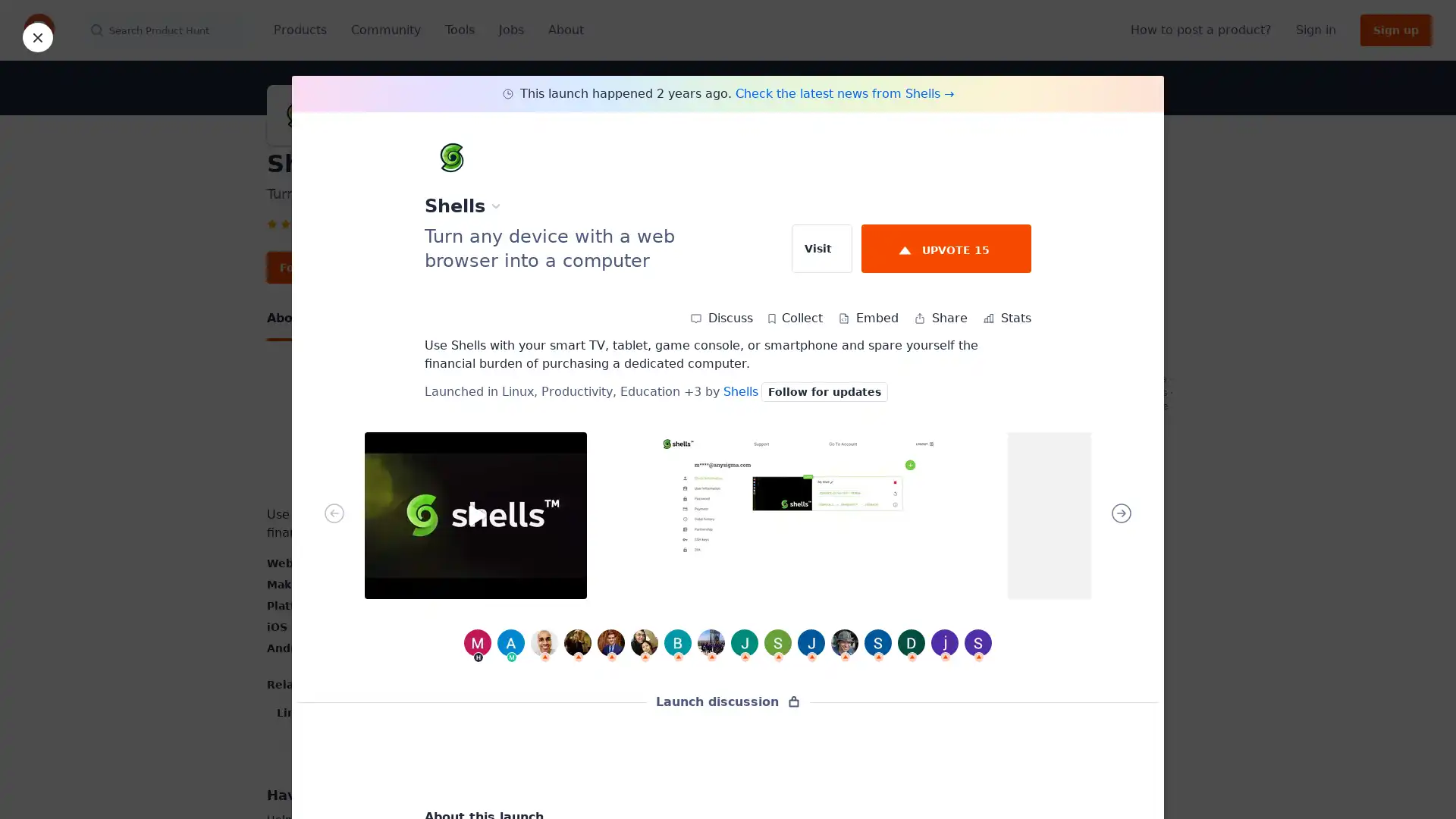 The width and height of the screenshot is (1456, 819). I want to click on Discuss, so click(720, 318).